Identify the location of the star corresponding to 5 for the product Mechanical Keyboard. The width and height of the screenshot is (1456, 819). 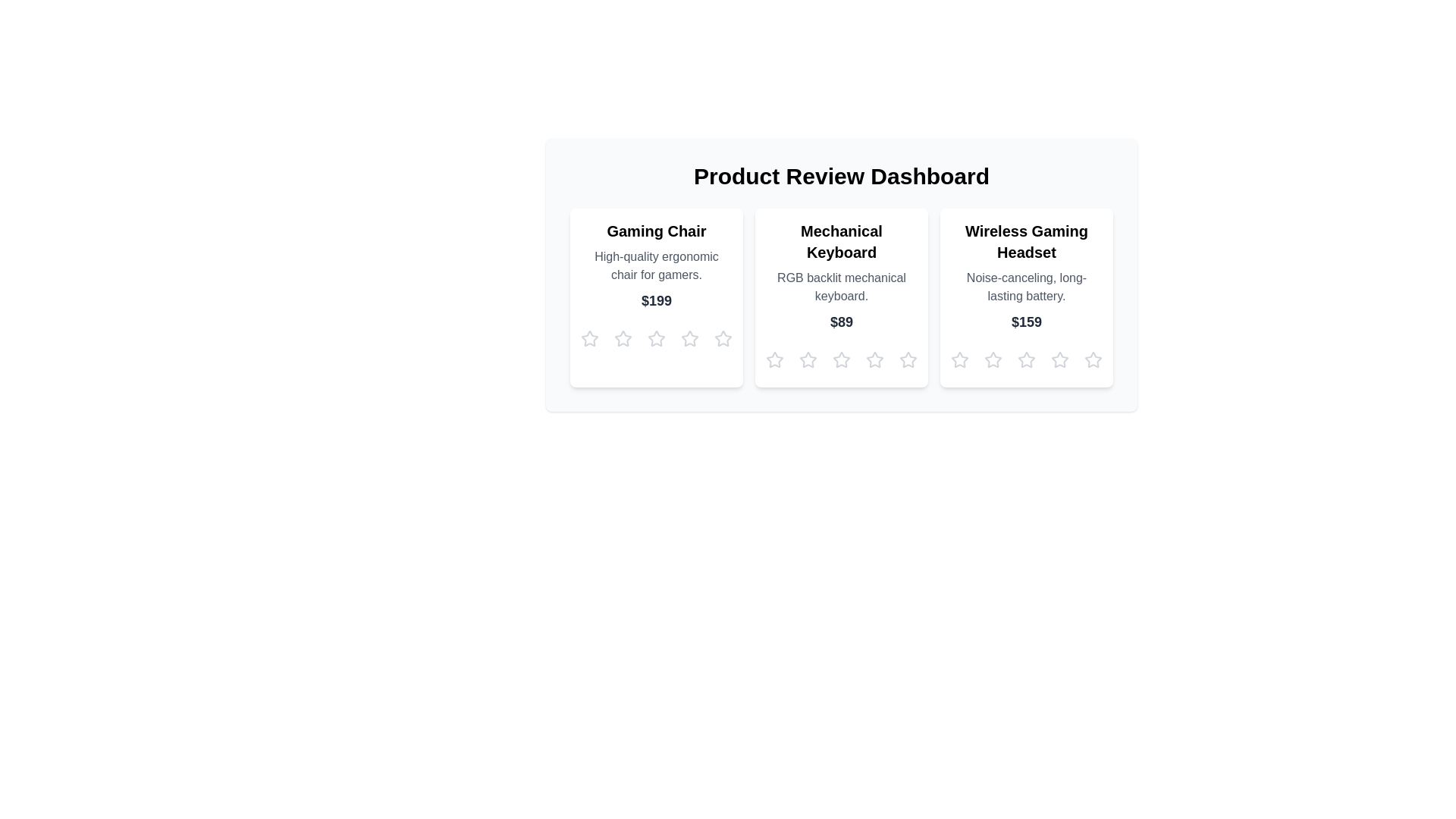
(908, 359).